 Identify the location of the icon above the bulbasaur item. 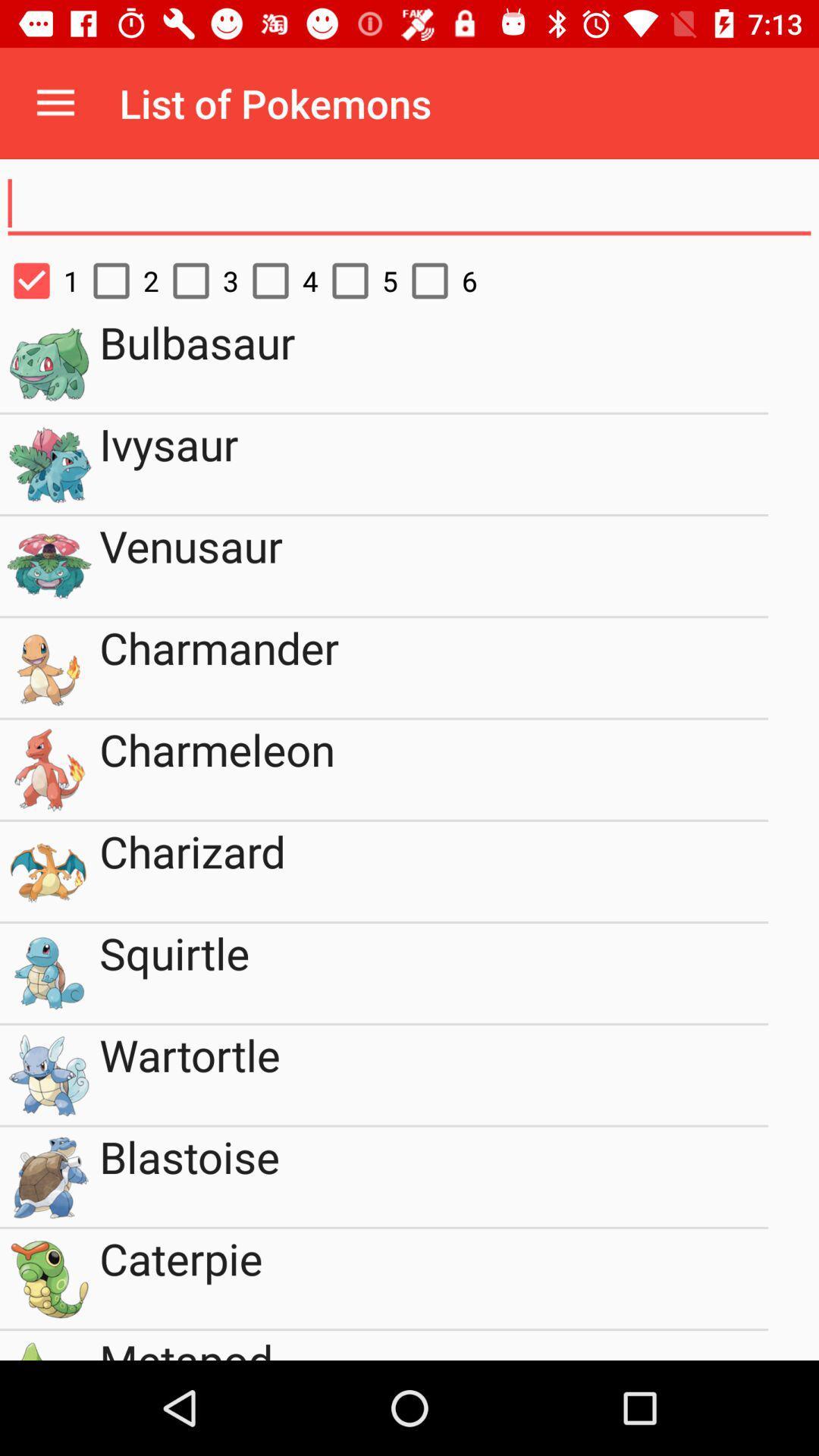
(438, 281).